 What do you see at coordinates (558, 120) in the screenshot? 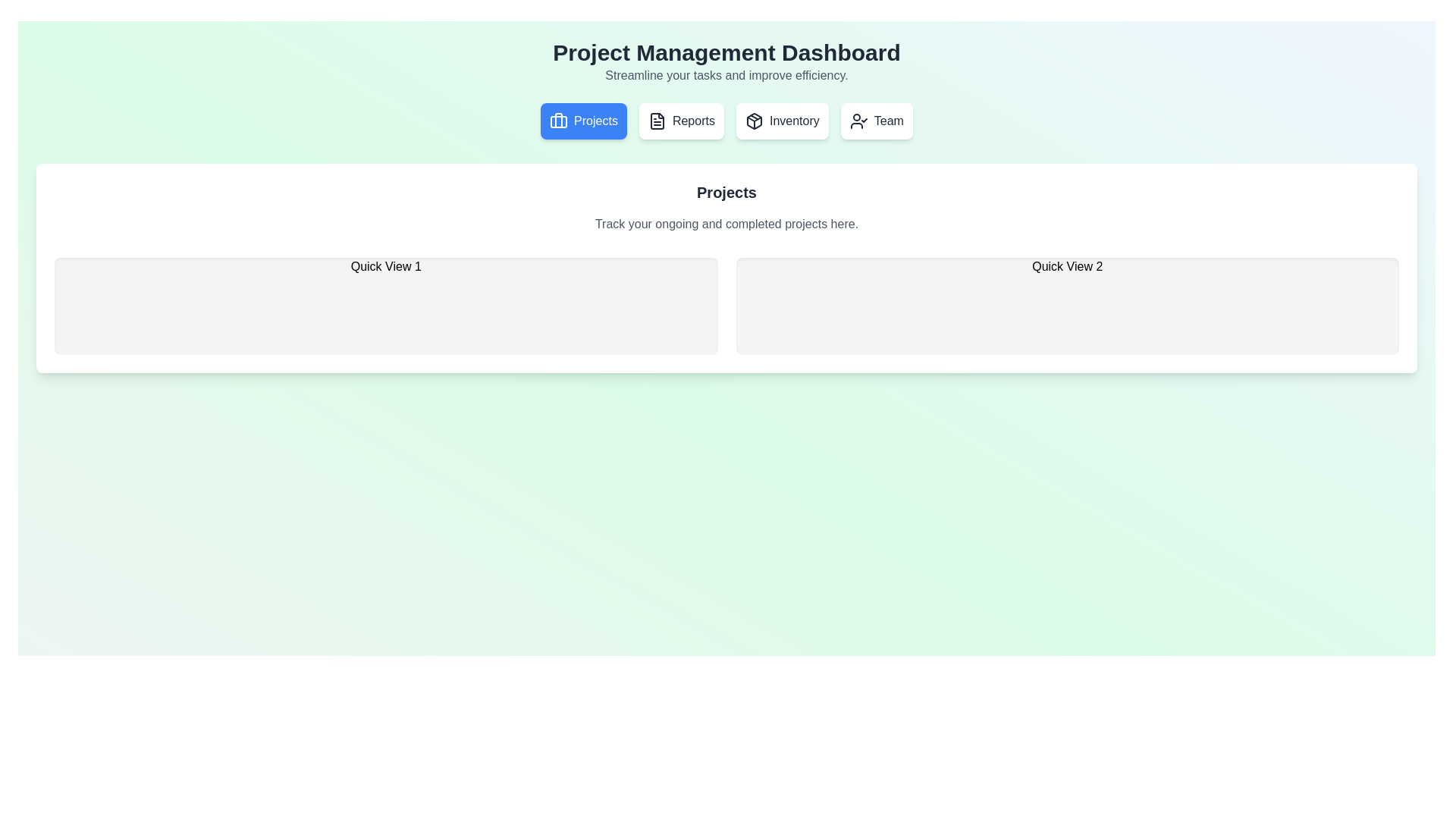
I see `the Projects icon, which is the leftmost part of the interactive 'Projects' button group located at the top center of the page` at bounding box center [558, 120].